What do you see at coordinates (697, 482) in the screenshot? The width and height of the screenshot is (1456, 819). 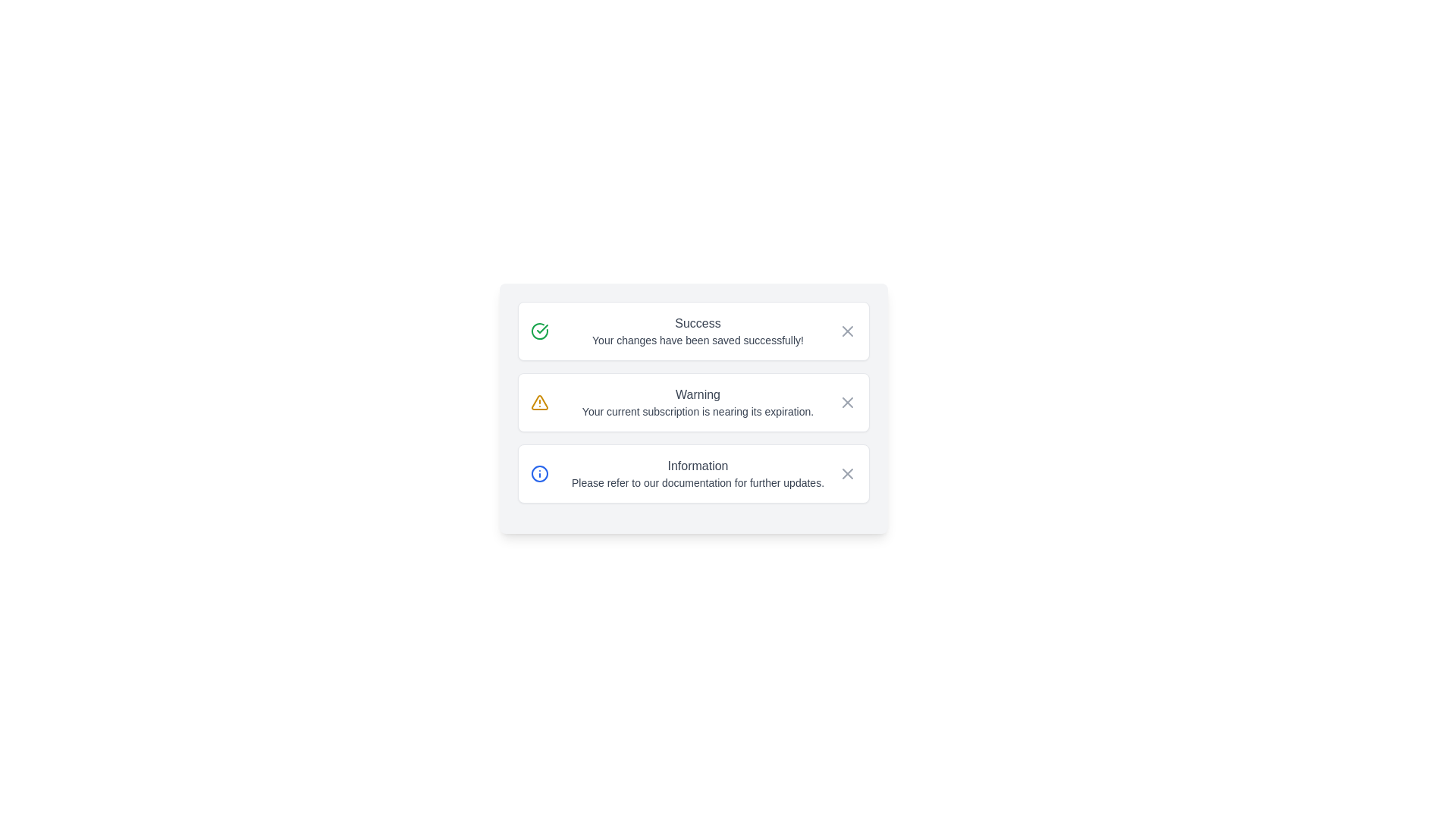 I see `the Text label that provides additional context associated with the 'Information' section, located immediately below the 'Information' heading in the informational card` at bounding box center [697, 482].